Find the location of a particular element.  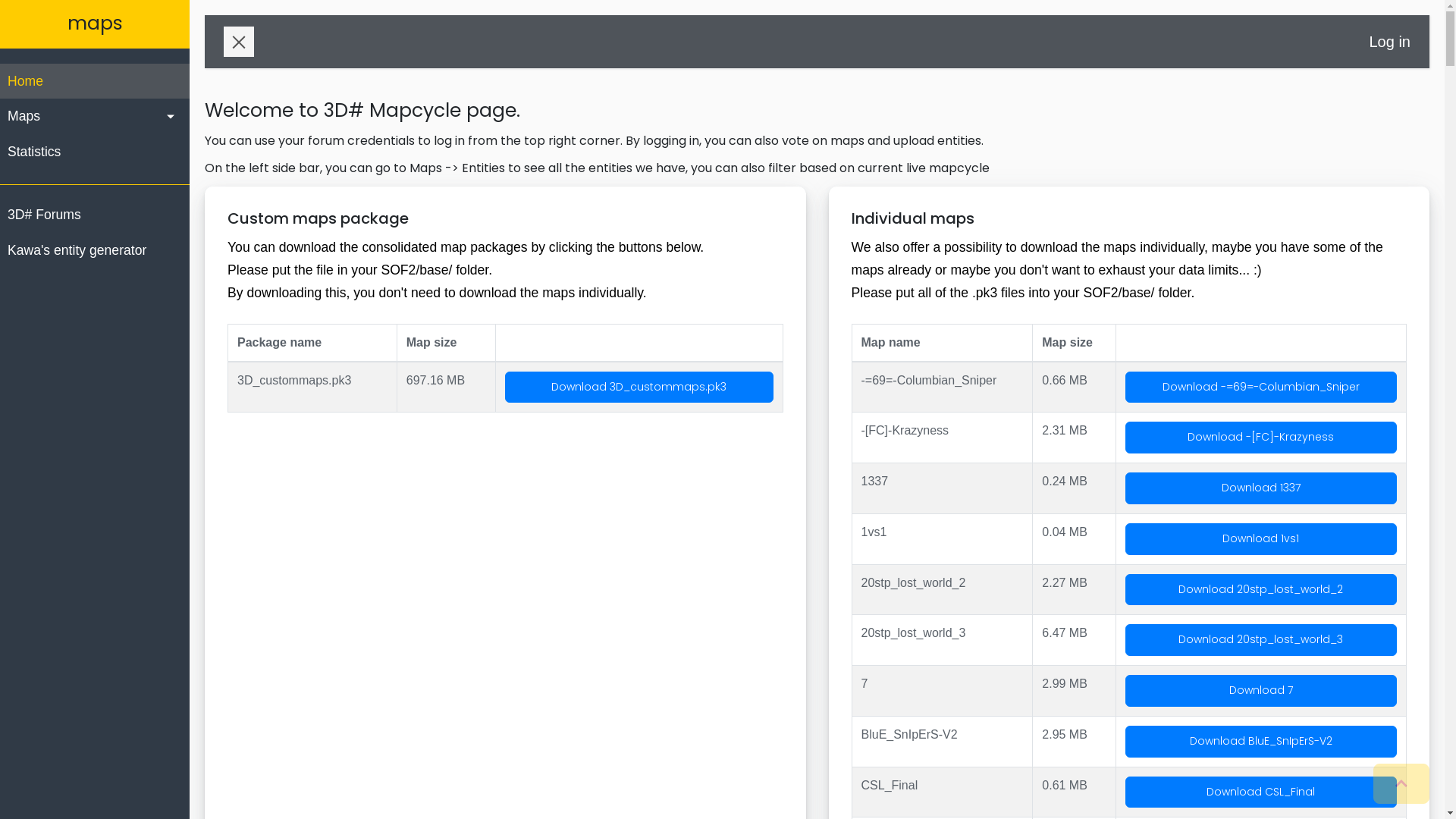

'Maps' is located at coordinates (93, 115).